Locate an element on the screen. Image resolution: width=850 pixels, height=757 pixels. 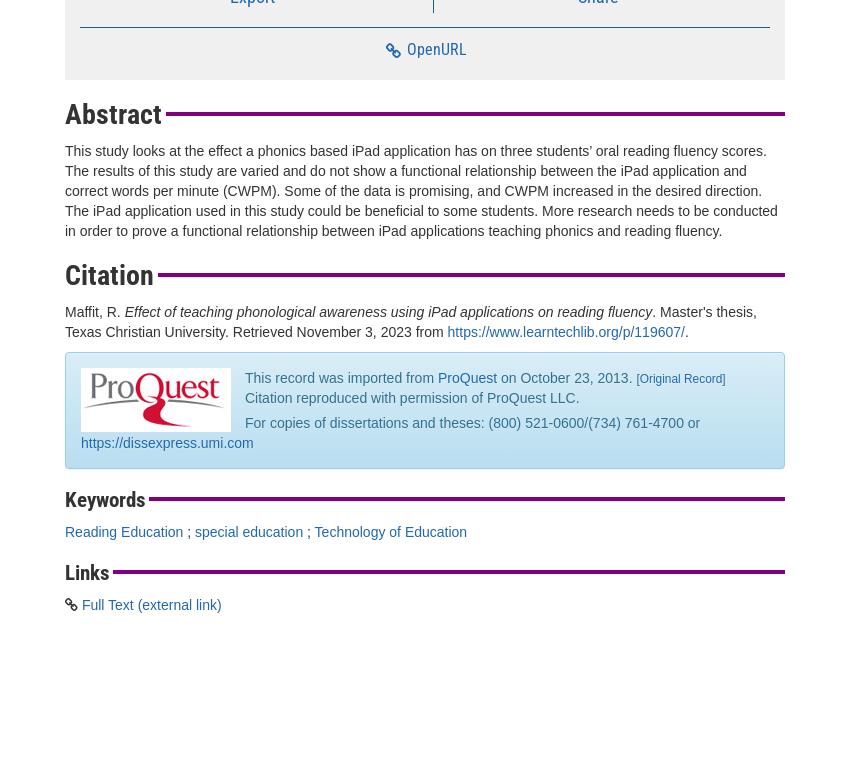
'For copies of dissertations and theses: (800) 521-0600/(734) 761-4700 or' is located at coordinates (472, 422).